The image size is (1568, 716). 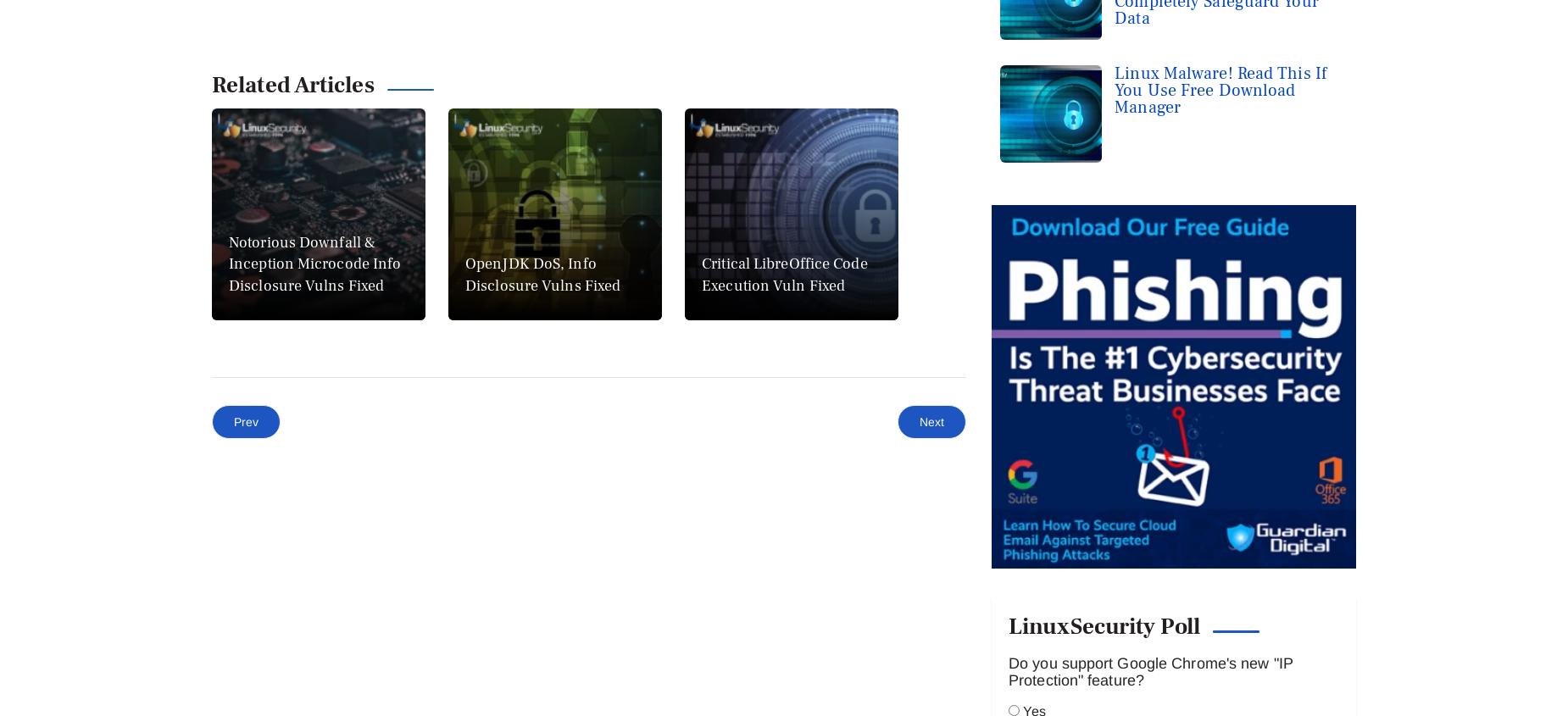 What do you see at coordinates (795, 685) in the screenshot?
I see `'5 Security Best Practices for Docker Containers With Data Management Software'` at bounding box center [795, 685].